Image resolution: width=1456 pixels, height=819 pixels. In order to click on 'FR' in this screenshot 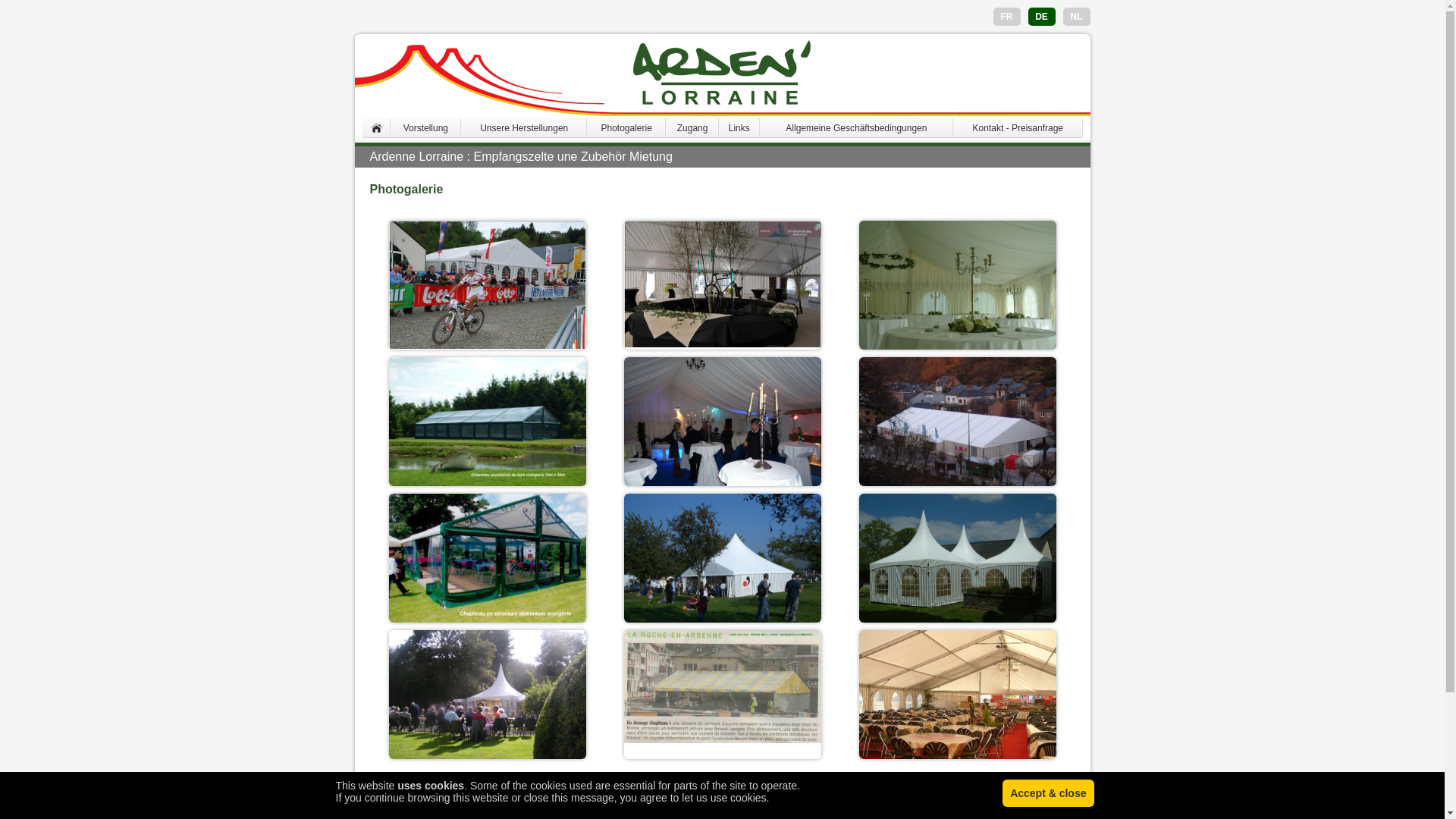, I will do `click(1001, 17)`.